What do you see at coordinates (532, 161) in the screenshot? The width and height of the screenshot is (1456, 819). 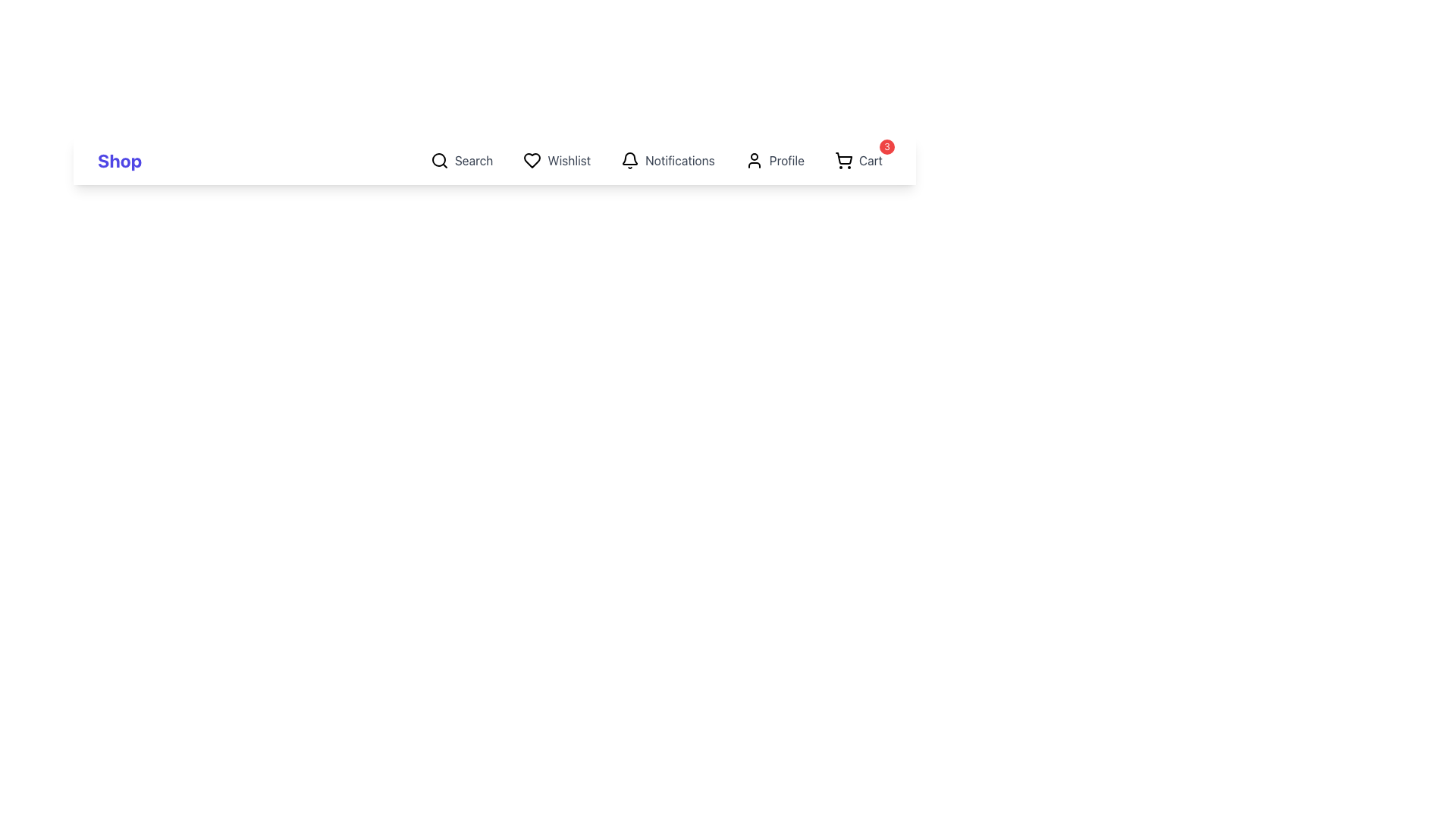 I see `the heart-shaped icon in the navigation bar` at bounding box center [532, 161].